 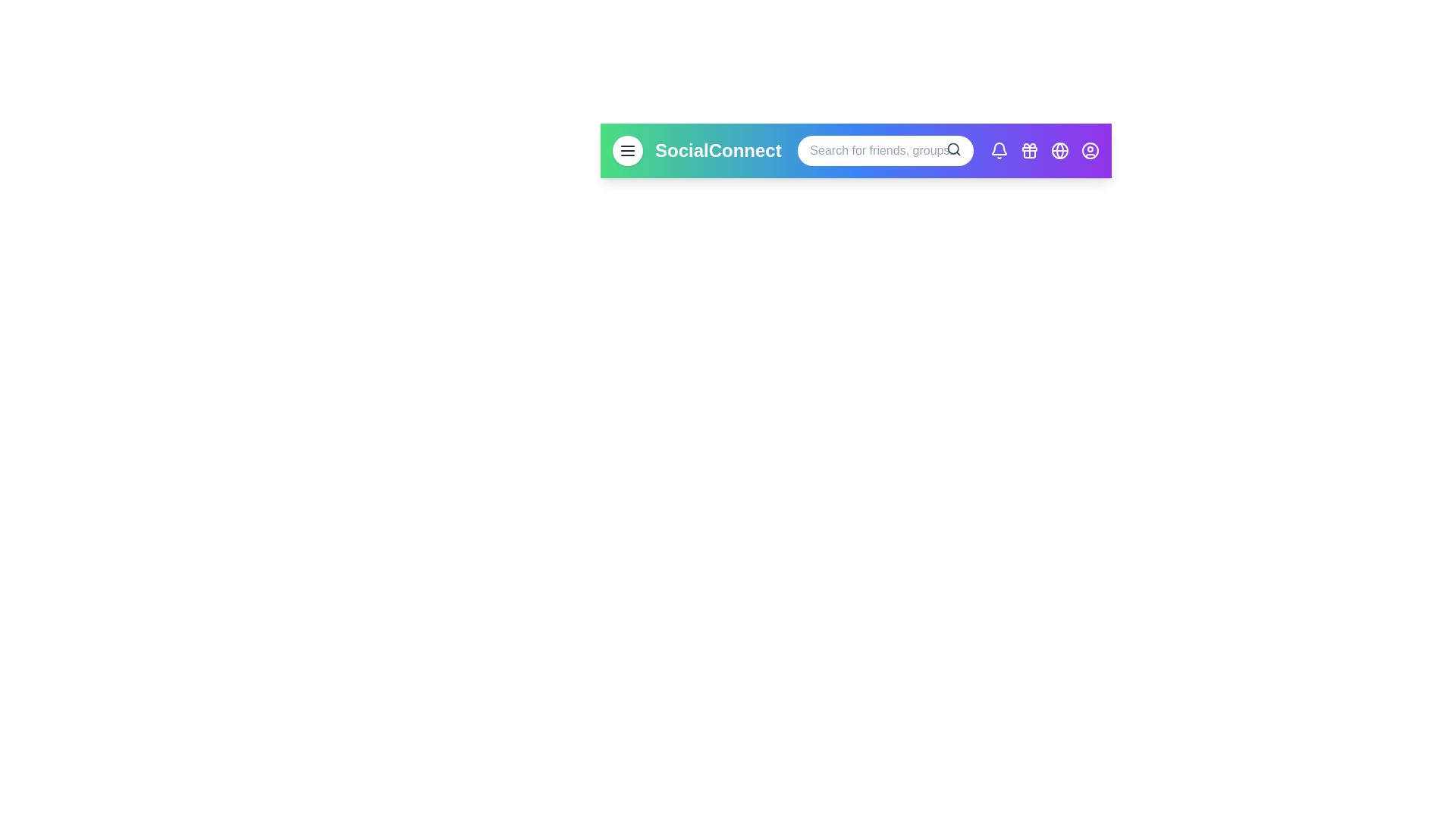 What do you see at coordinates (1059, 151) in the screenshot?
I see `the globe button to access the respective functionality` at bounding box center [1059, 151].